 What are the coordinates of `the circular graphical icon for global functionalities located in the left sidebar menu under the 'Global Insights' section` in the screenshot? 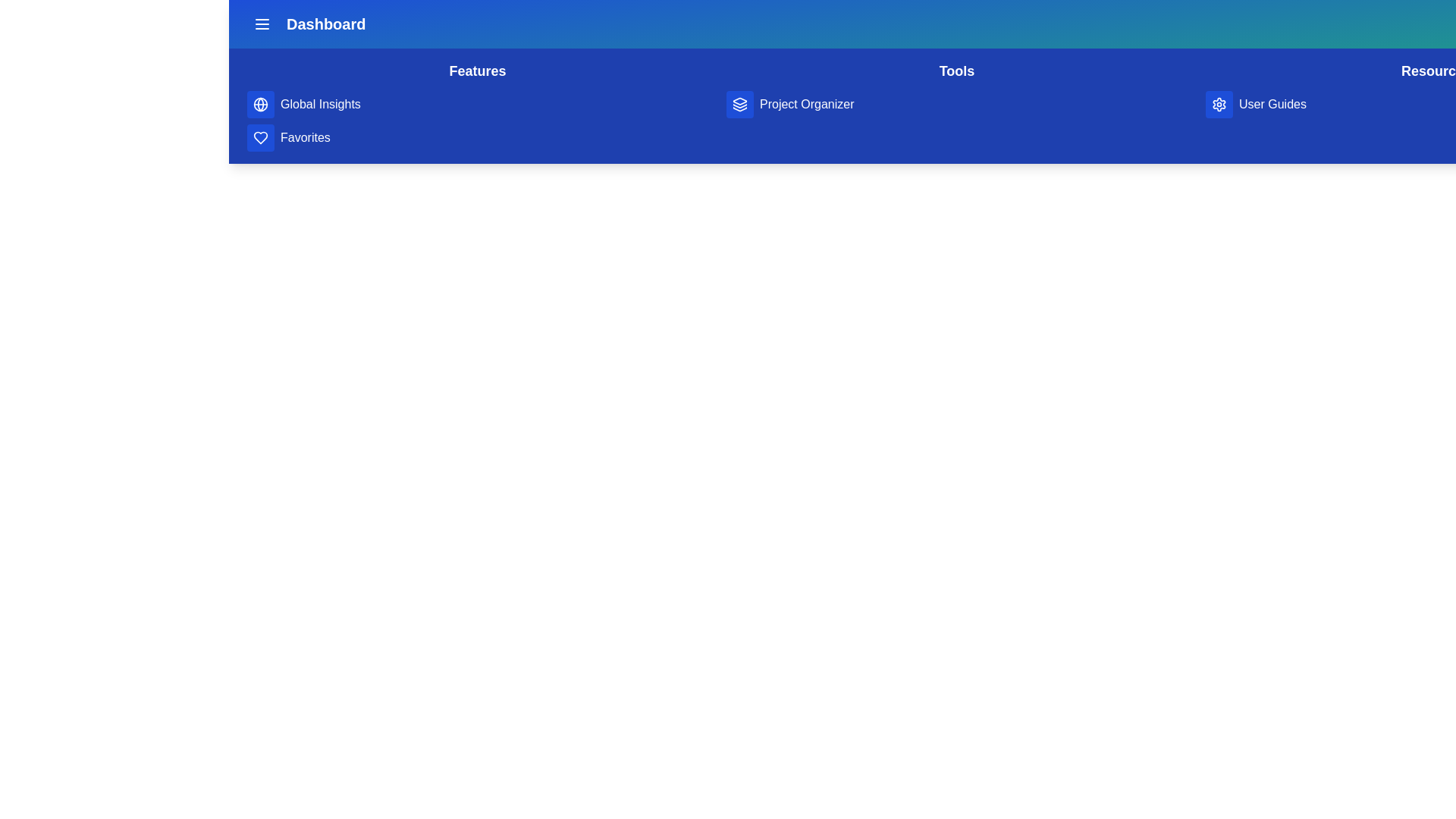 It's located at (261, 104).